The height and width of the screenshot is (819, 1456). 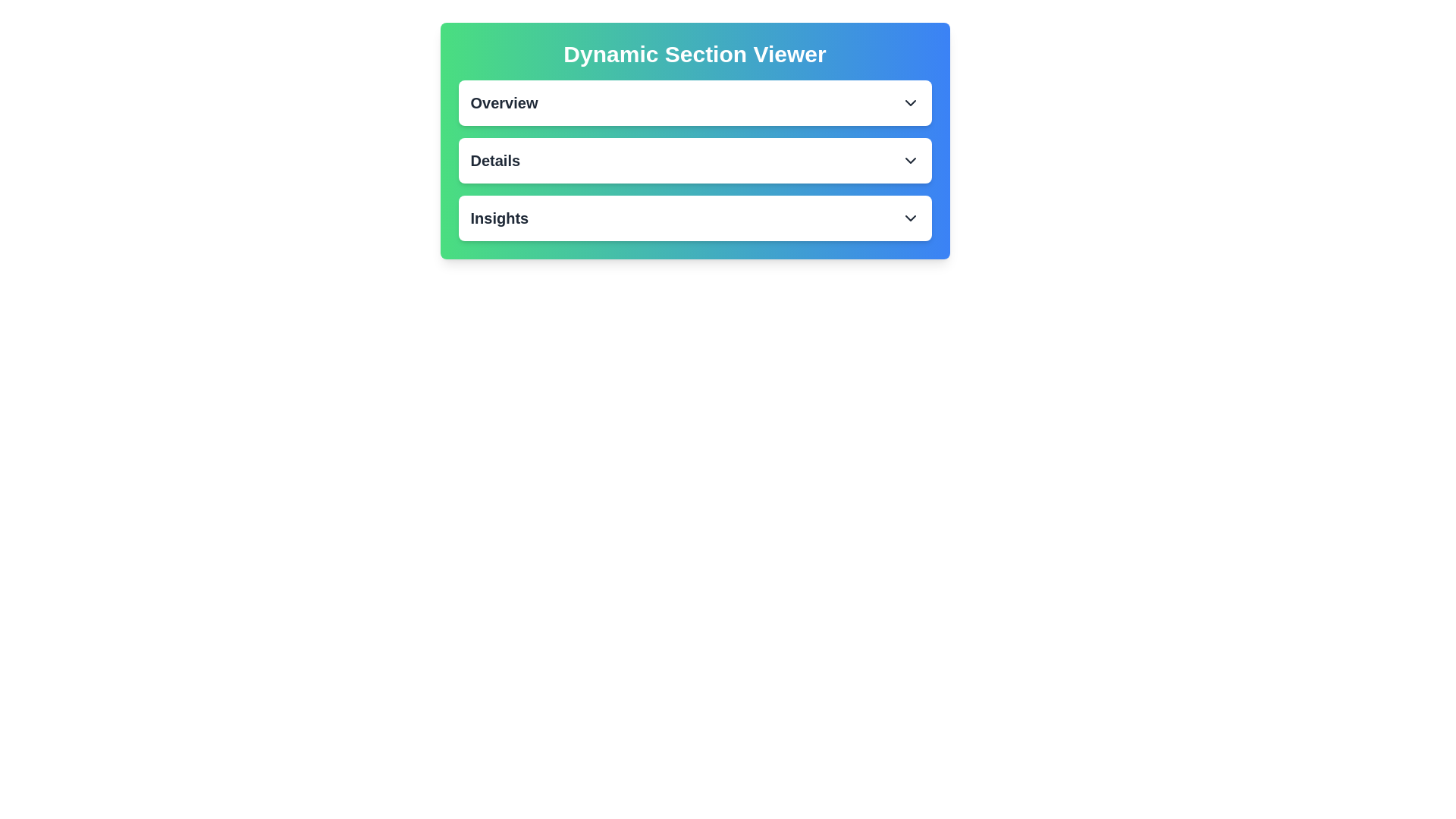 What do you see at coordinates (694, 161) in the screenshot?
I see `the 'Details' dropdown header element` at bounding box center [694, 161].